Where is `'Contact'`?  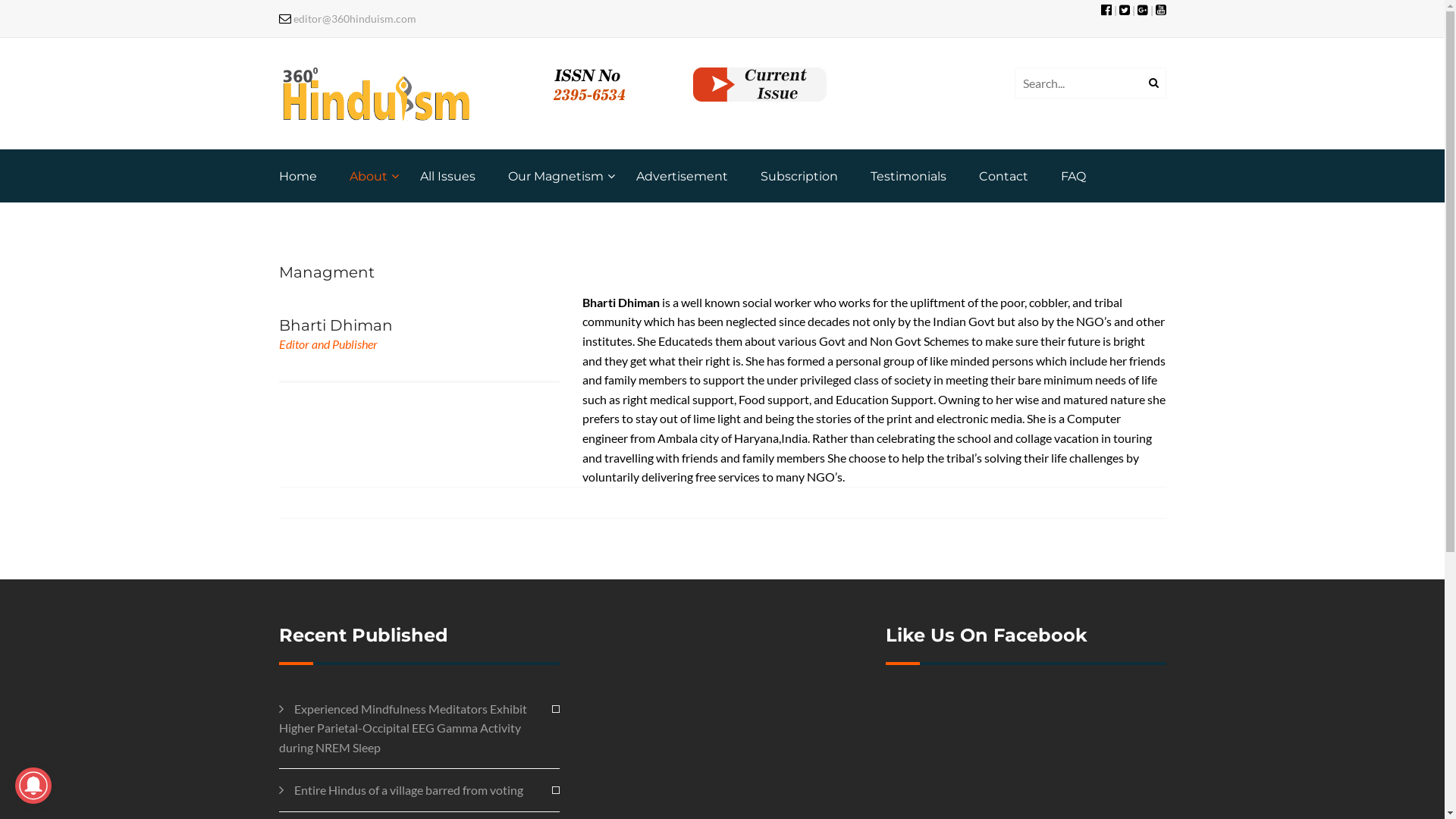
'Contact' is located at coordinates (978, 175).